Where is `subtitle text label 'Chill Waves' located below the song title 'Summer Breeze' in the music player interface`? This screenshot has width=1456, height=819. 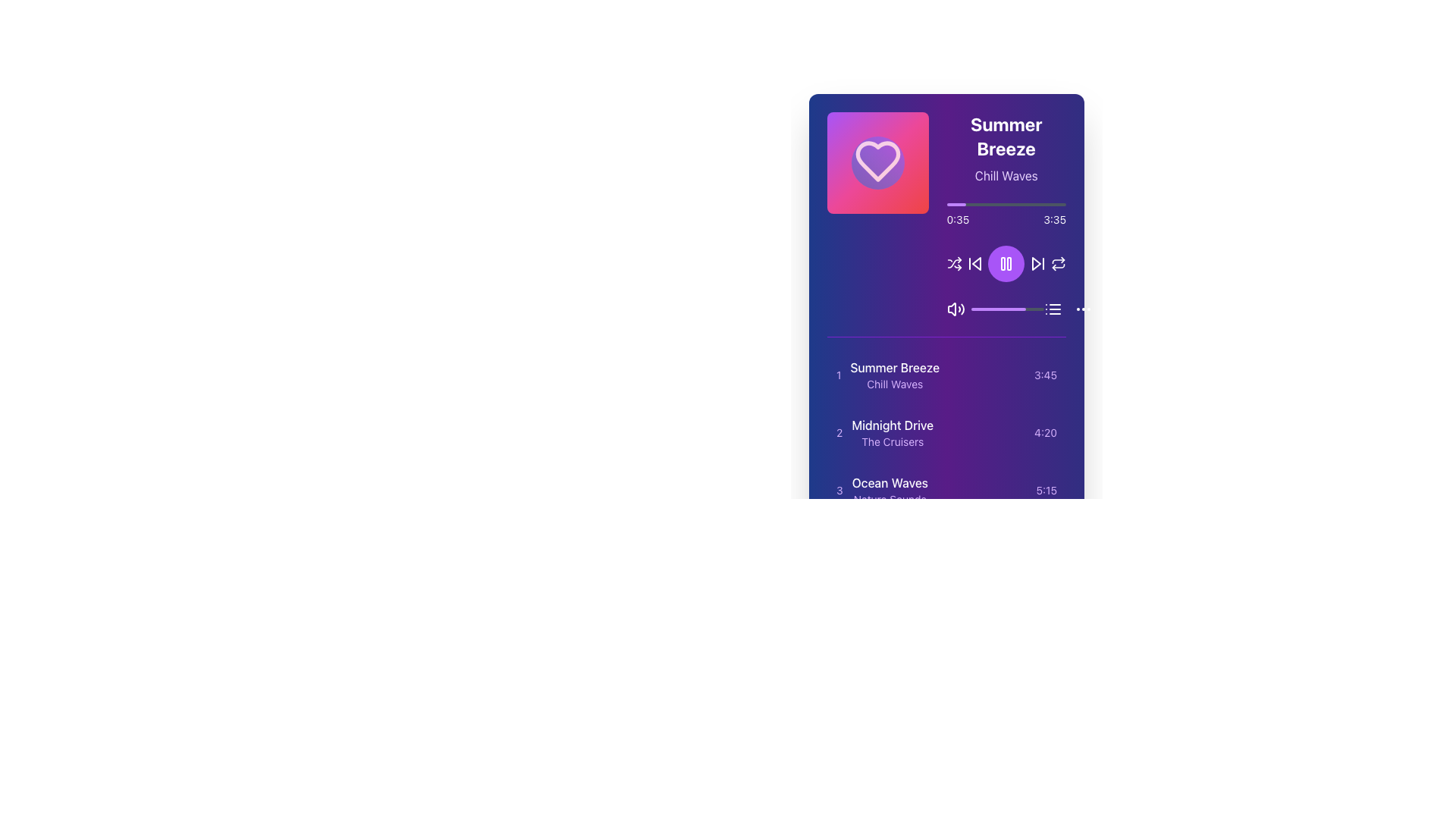 subtitle text label 'Chill Waves' located below the song title 'Summer Breeze' in the music player interface is located at coordinates (895, 383).